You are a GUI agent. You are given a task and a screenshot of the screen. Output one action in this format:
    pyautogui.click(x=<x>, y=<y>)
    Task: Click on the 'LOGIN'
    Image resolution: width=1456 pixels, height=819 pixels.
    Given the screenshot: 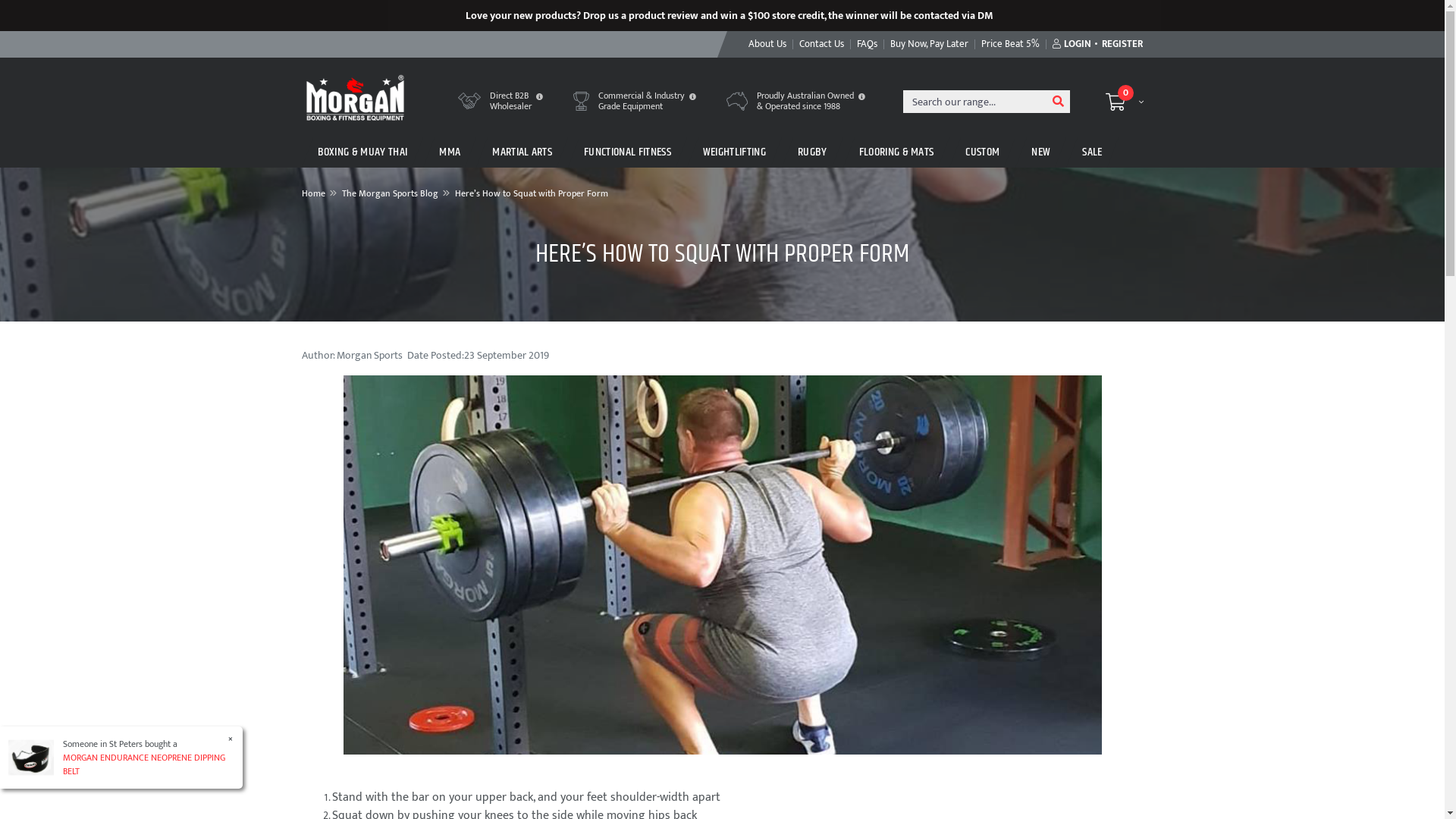 What is the action you would take?
    pyautogui.click(x=1069, y=43)
    